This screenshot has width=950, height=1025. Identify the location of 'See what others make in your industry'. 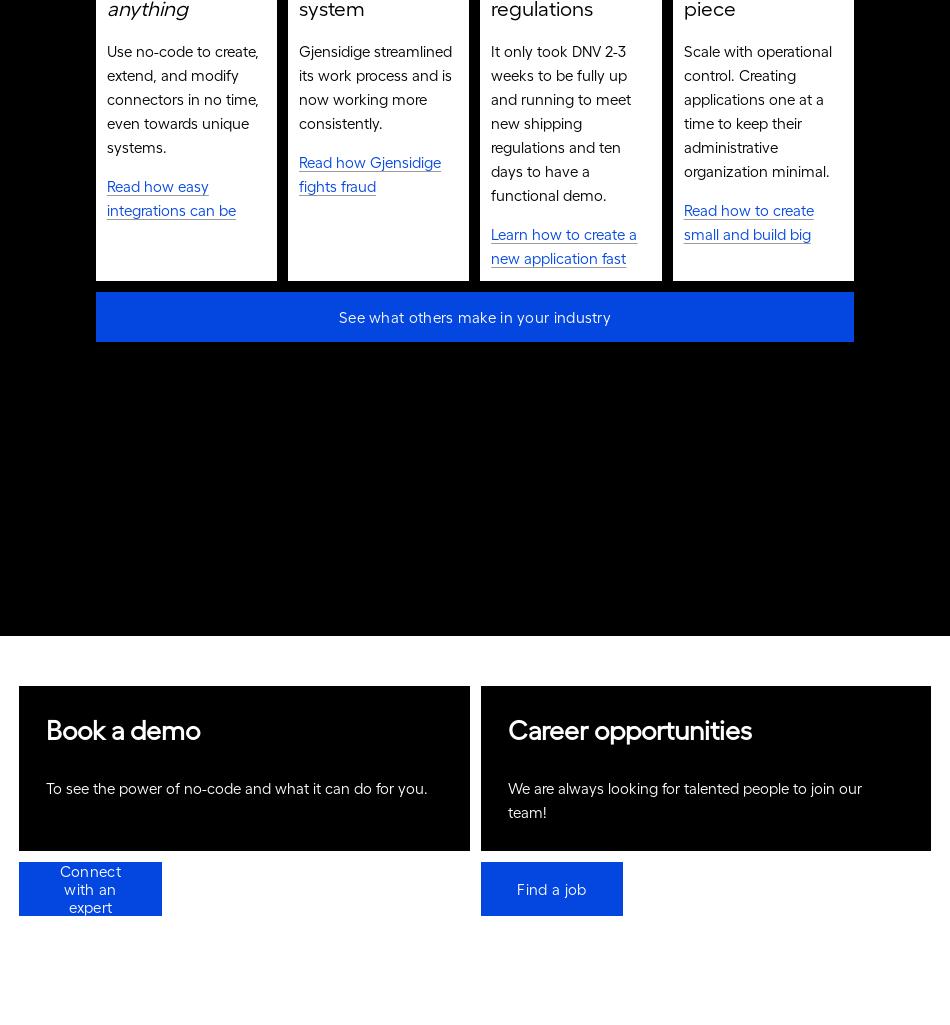
(337, 324).